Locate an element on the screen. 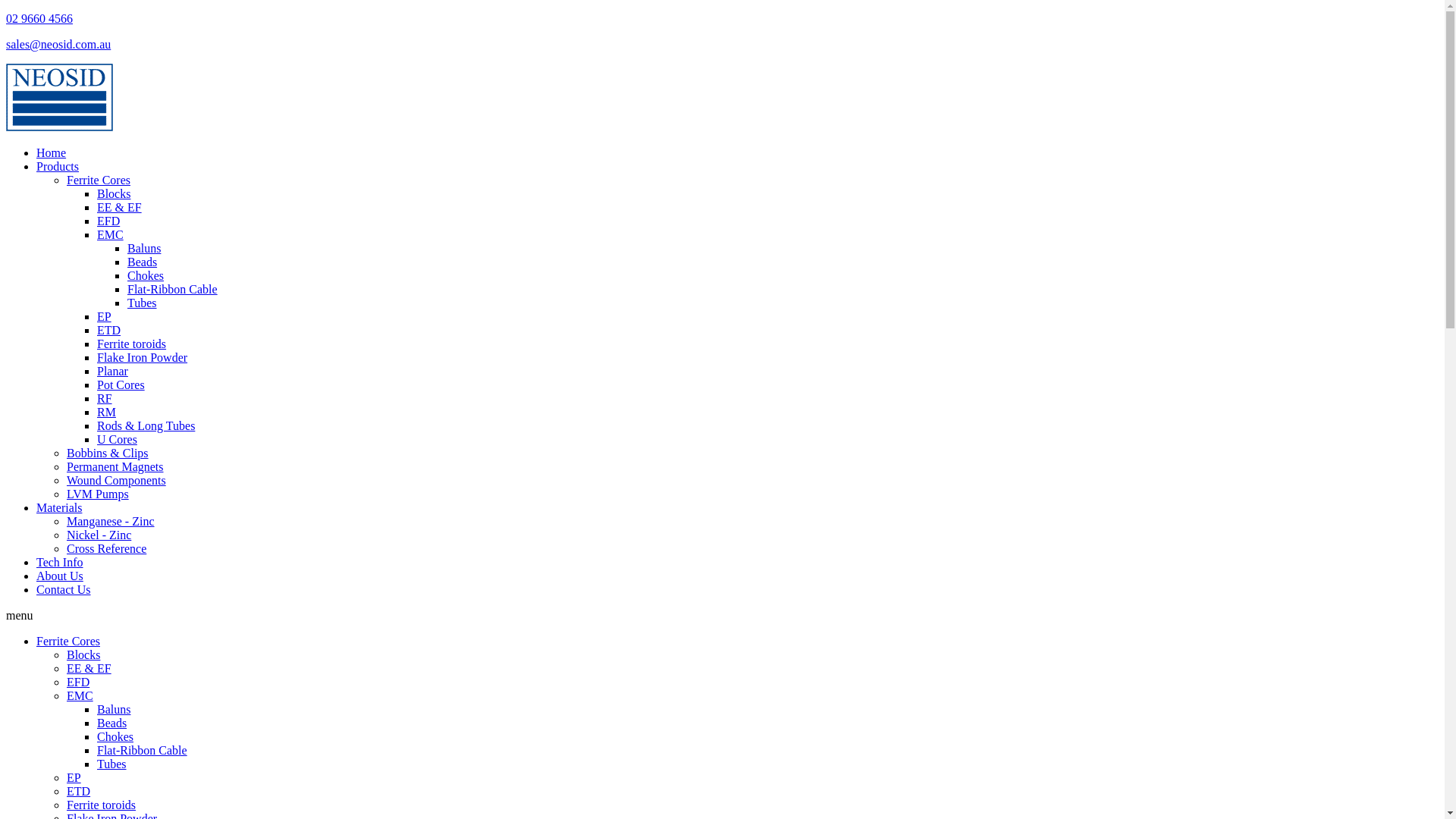  'EFD' is located at coordinates (108, 221).